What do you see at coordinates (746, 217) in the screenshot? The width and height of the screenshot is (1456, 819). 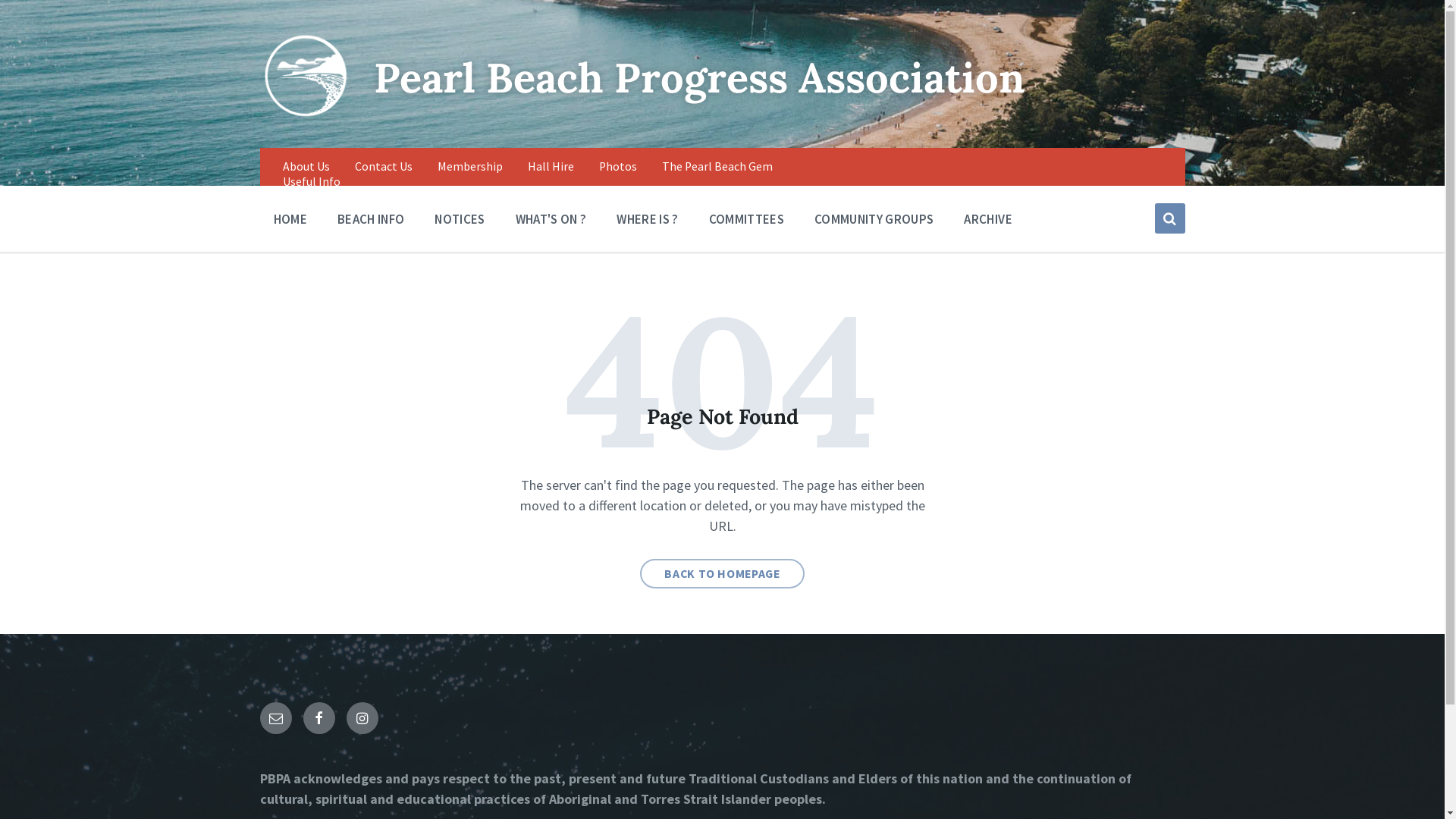 I see `'COMMITTEES'` at bounding box center [746, 217].